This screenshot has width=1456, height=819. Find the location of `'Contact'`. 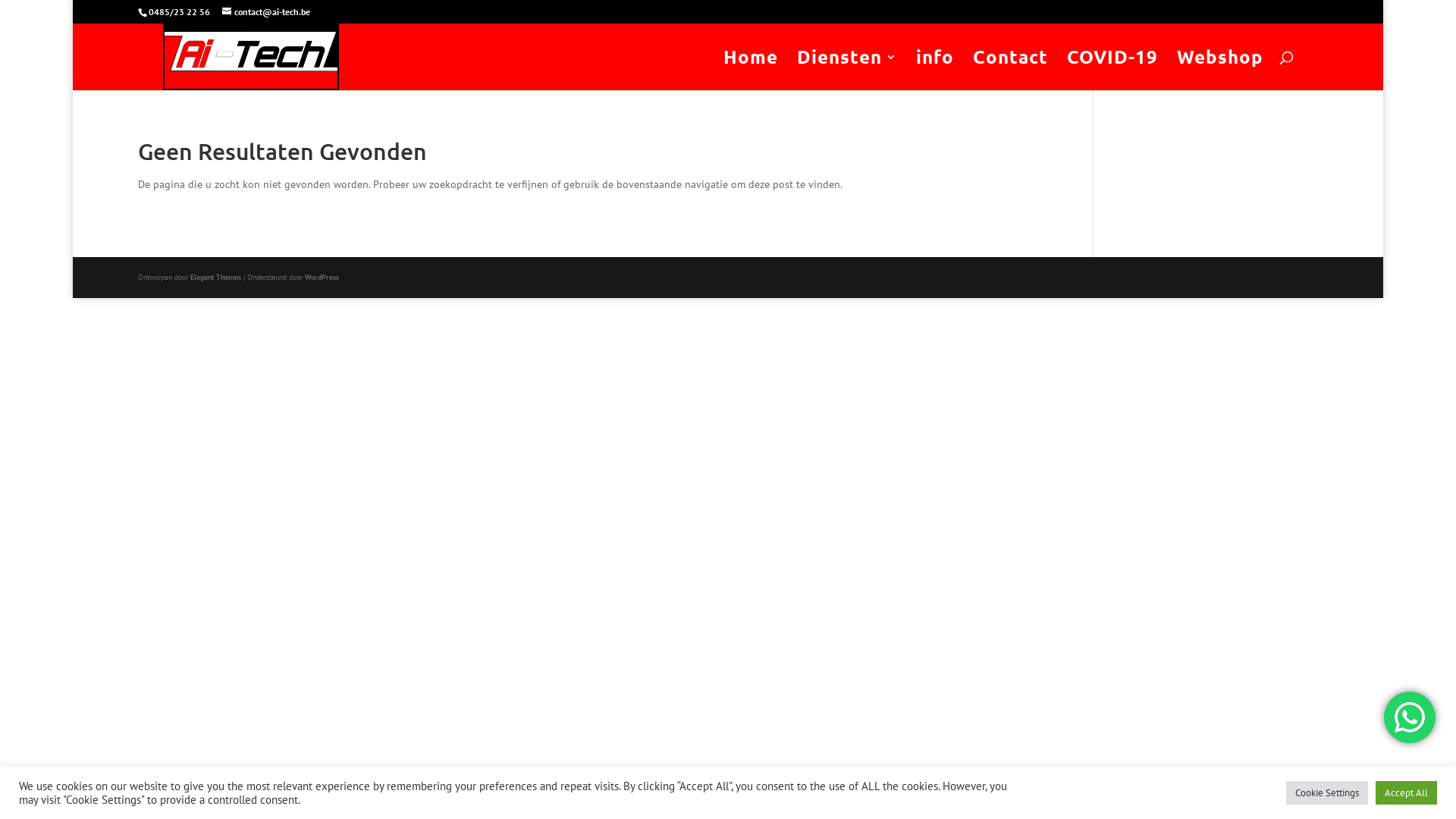

'Contact' is located at coordinates (972, 71).